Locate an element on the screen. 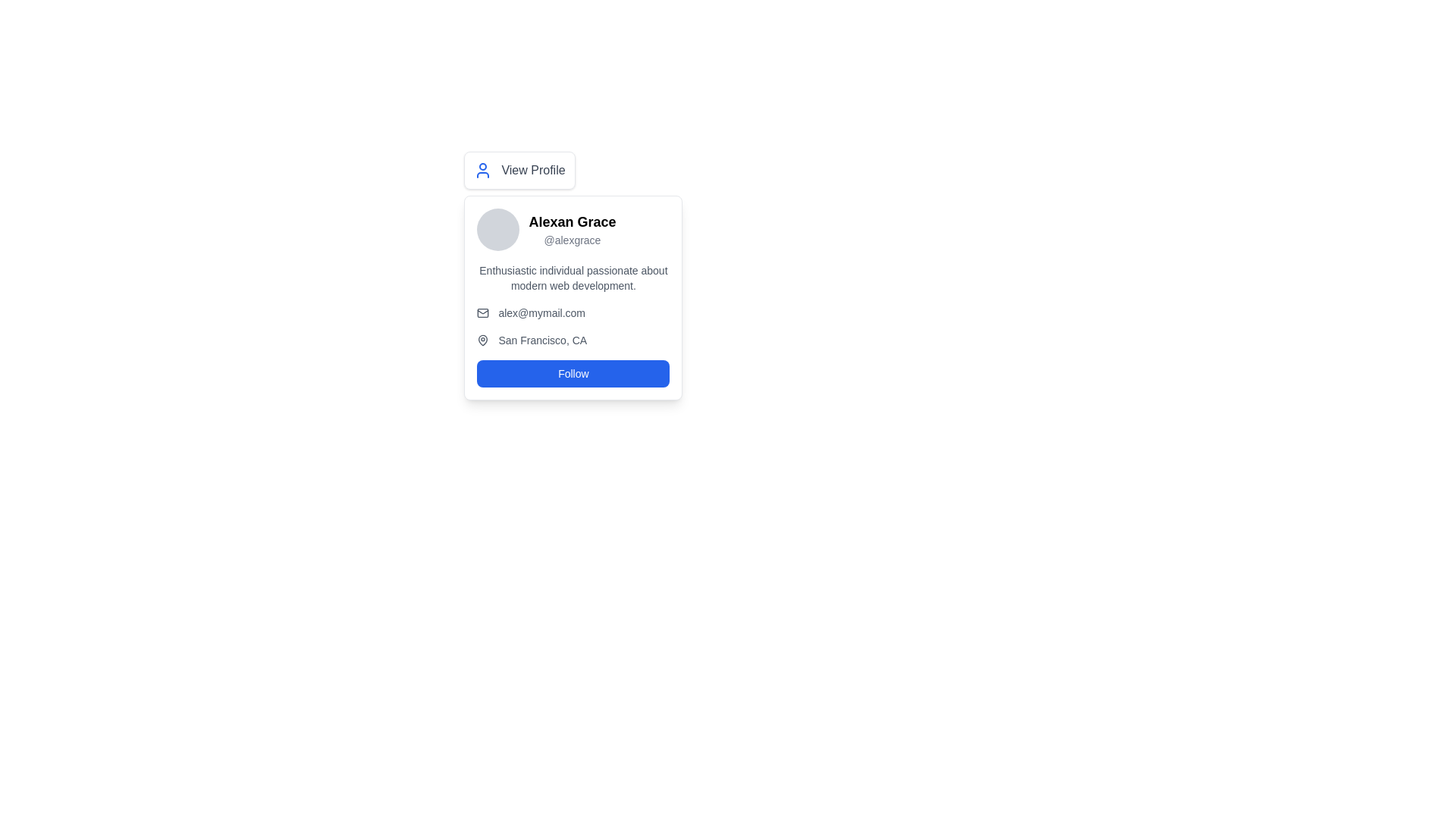 The width and height of the screenshot is (1456, 819). the small blue user profile icon, which is an outline of a person, located on the left side of the component containing the text 'View Profile' is located at coordinates (482, 170).